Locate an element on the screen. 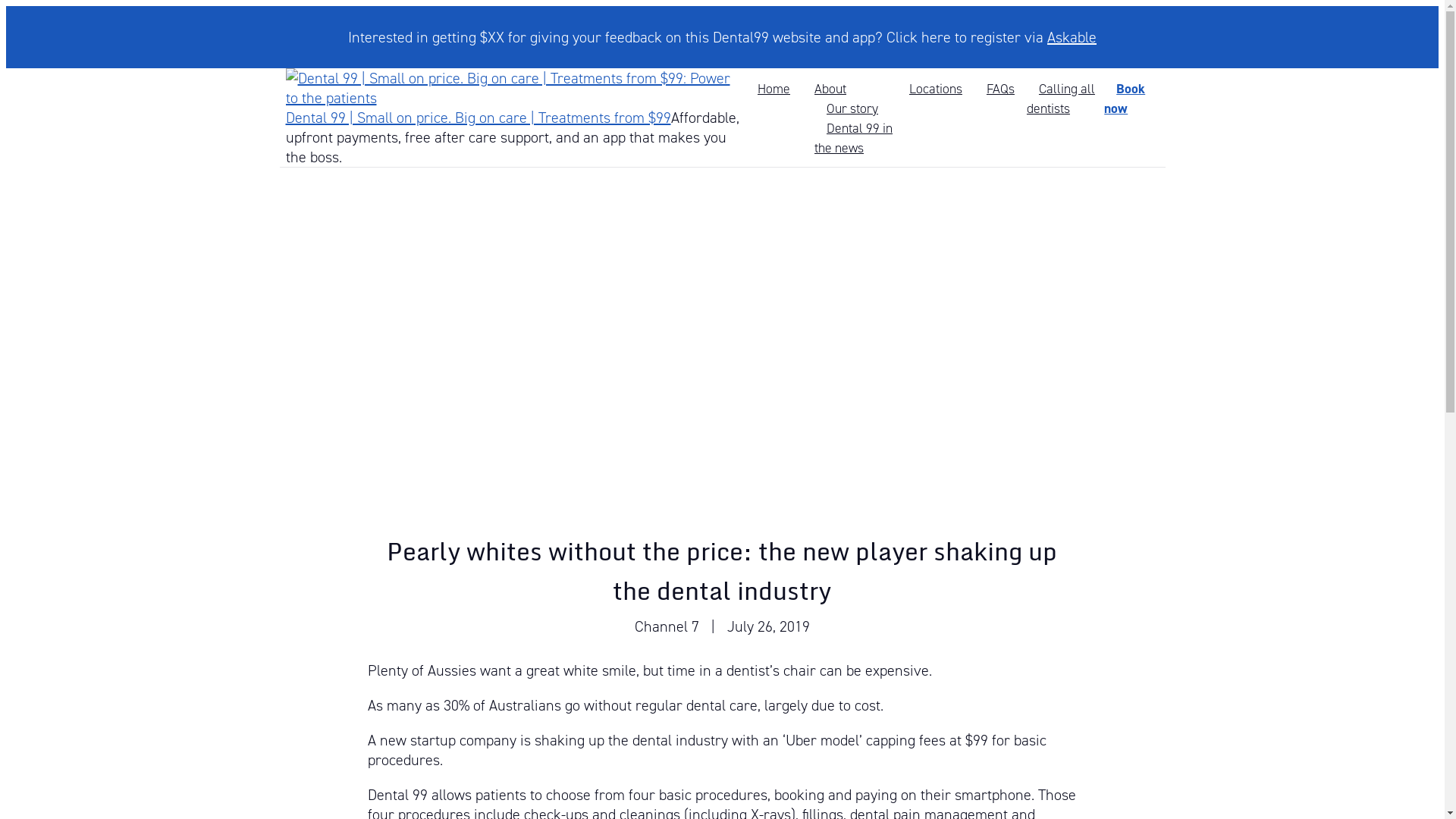 Image resolution: width=1456 pixels, height=819 pixels. 'Locations' is located at coordinates (934, 88).